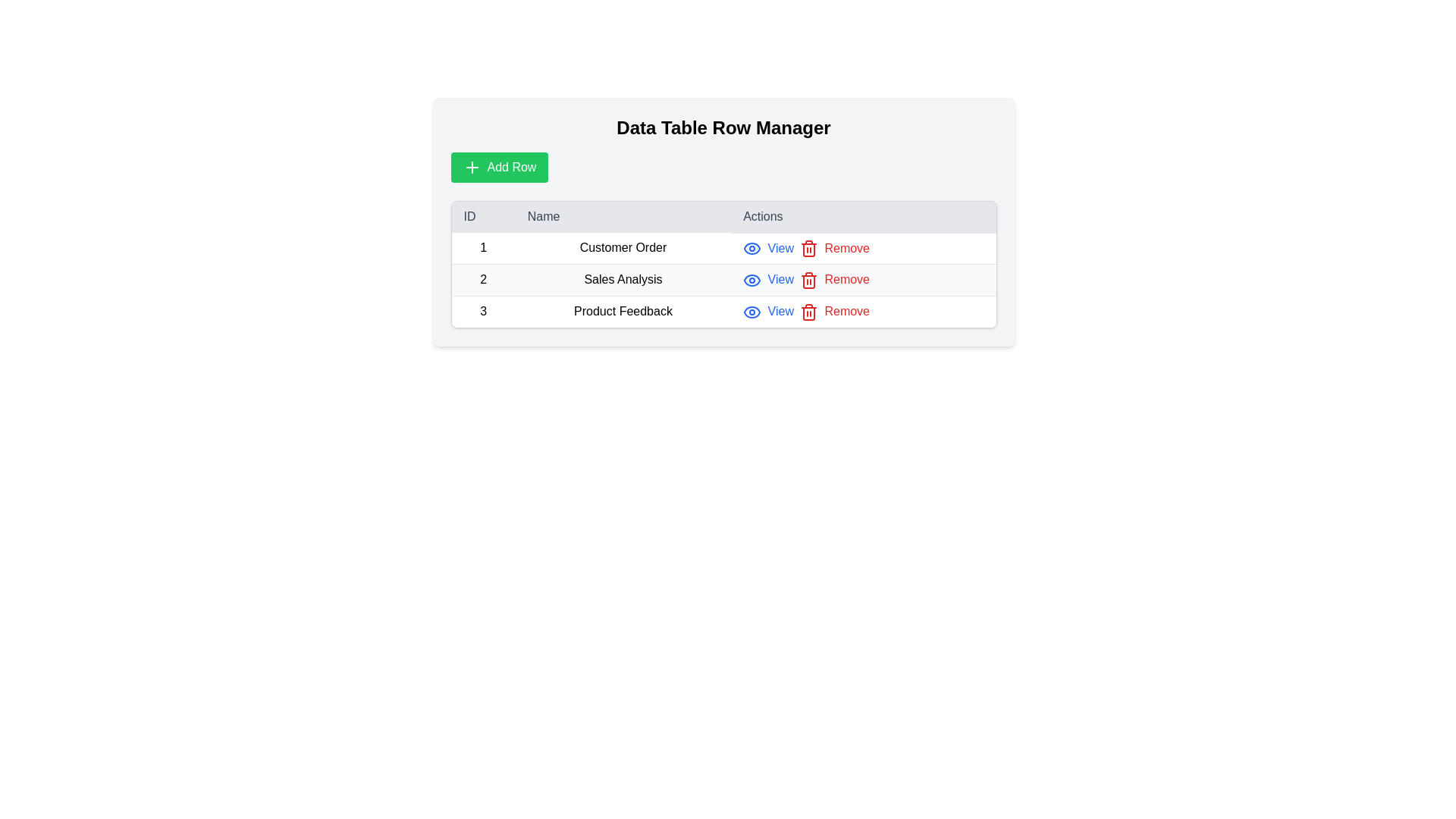  Describe the element at coordinates (752, 311) in the screenshot. I see `the blue outlined eye icon SVG located next to the 'View' text in the 'Actions' column of the third row ('Product Feedback') in the table` at that location.